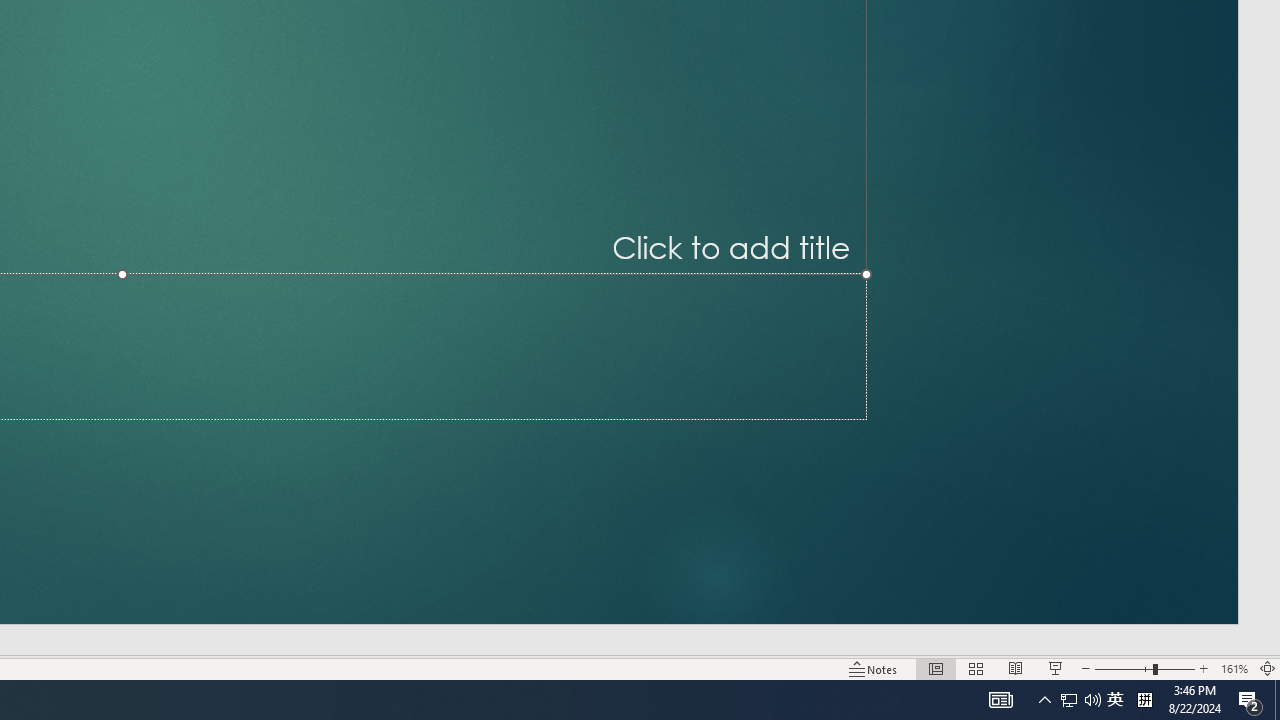 The height and width of the screenshot is (720, 1280). Describe the element at coordinates (1233, 669) in the screenshot. I see `'Zoom 161%'` at that location.